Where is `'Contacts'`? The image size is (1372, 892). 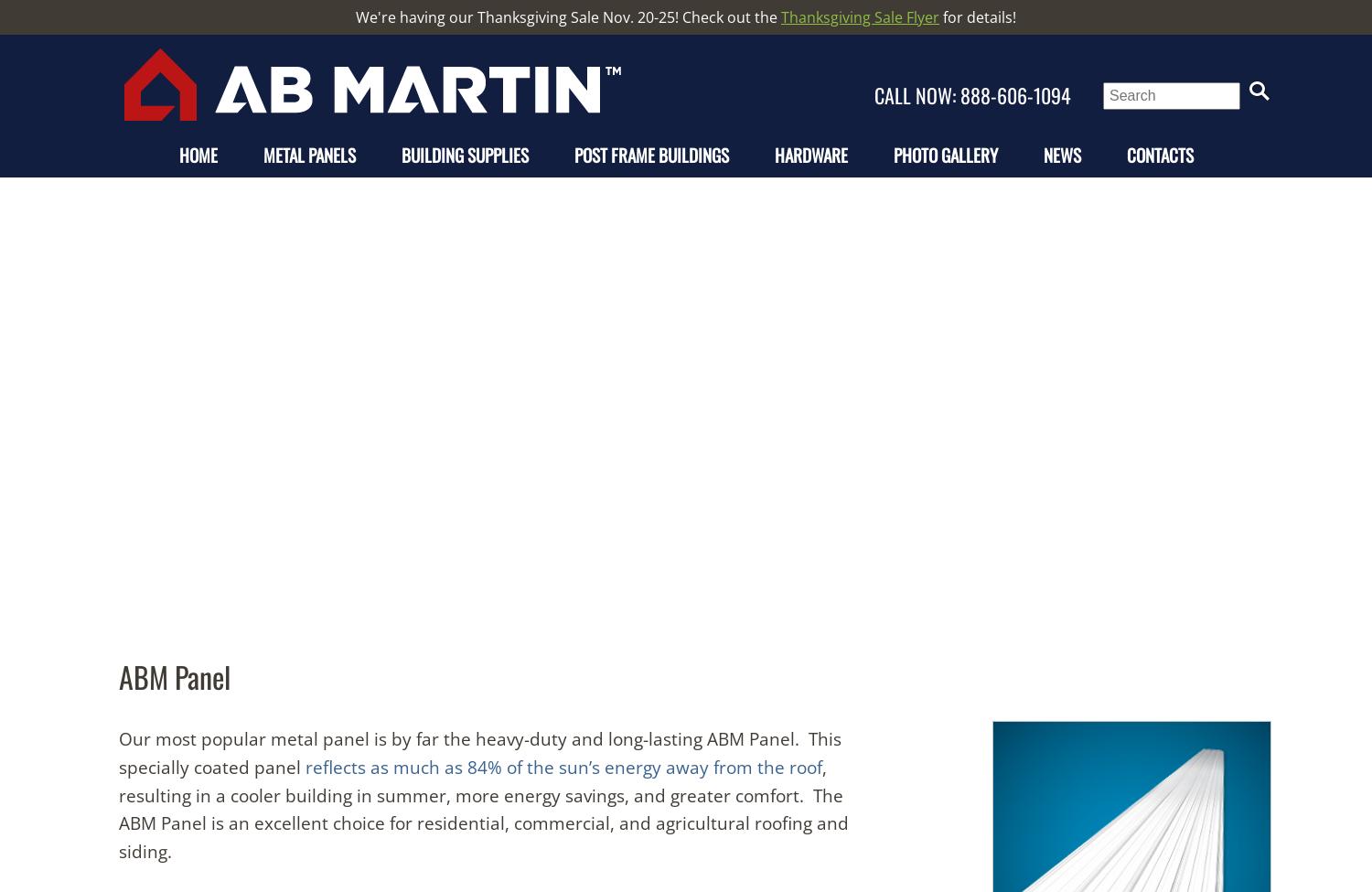 'Contacts' is located at coordinates (1159, 154).